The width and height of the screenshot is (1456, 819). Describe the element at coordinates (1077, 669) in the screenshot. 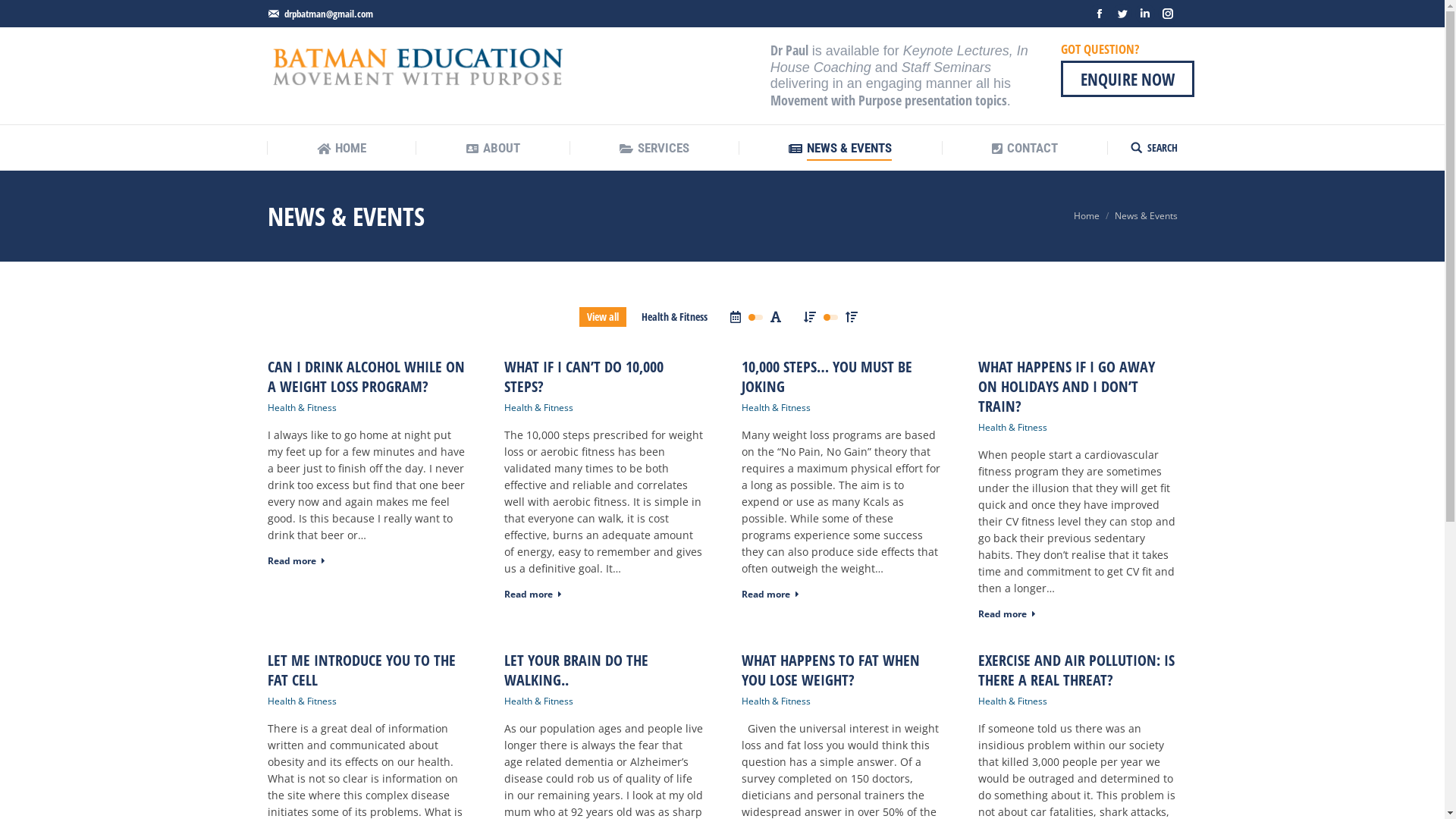

I see `'EXERCISE AND AIR POLLUTION: IS THERE A REAL THREAT?'` at that location.